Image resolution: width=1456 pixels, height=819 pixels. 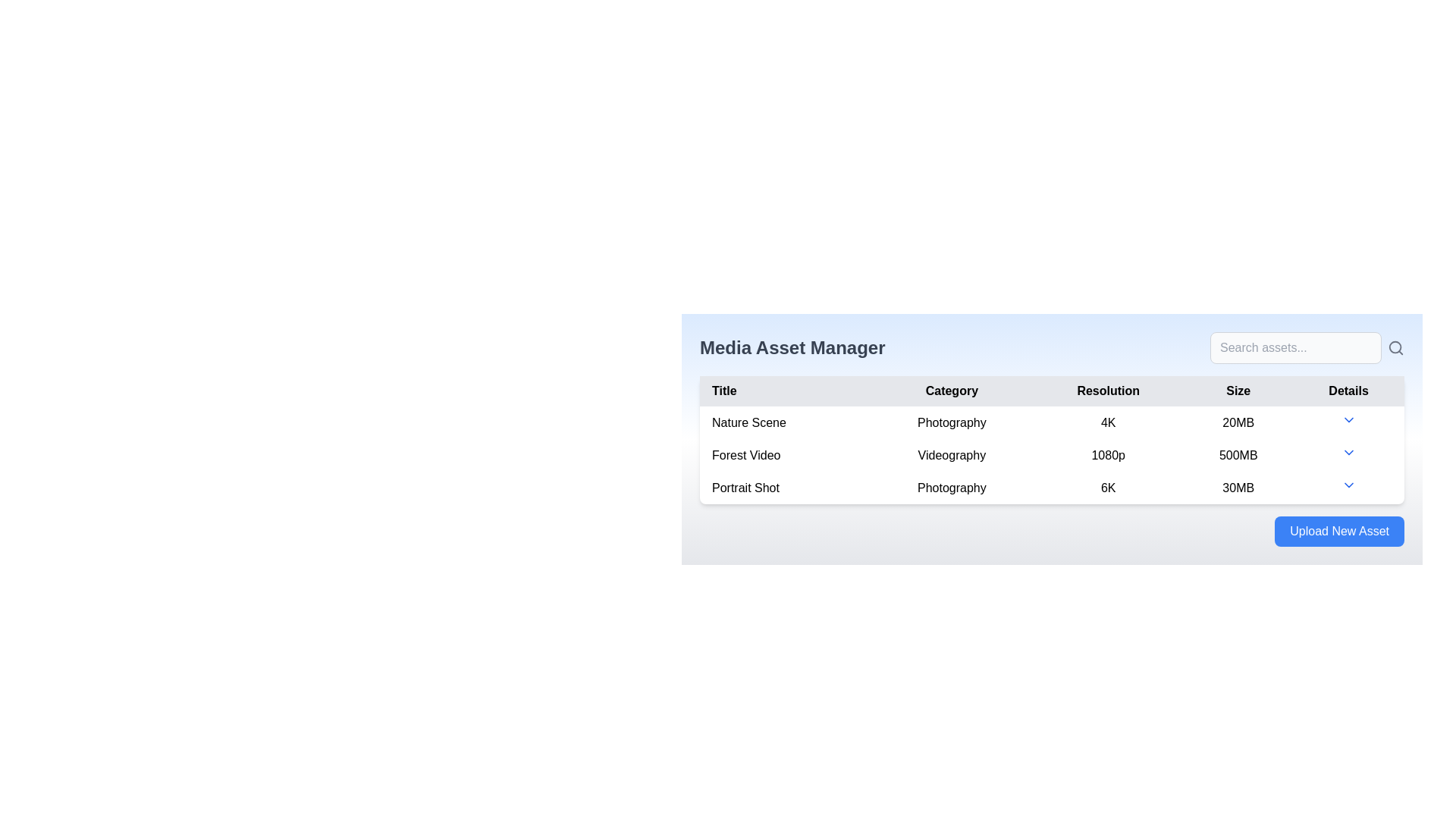 What do you see at coordinates (1348, 485) in the screenshot?
I see `the third dropdown indicator in the 'Details' column of the table corresponding to the 'Portrait Shot' media asset` at bounding box center [1348, 485].